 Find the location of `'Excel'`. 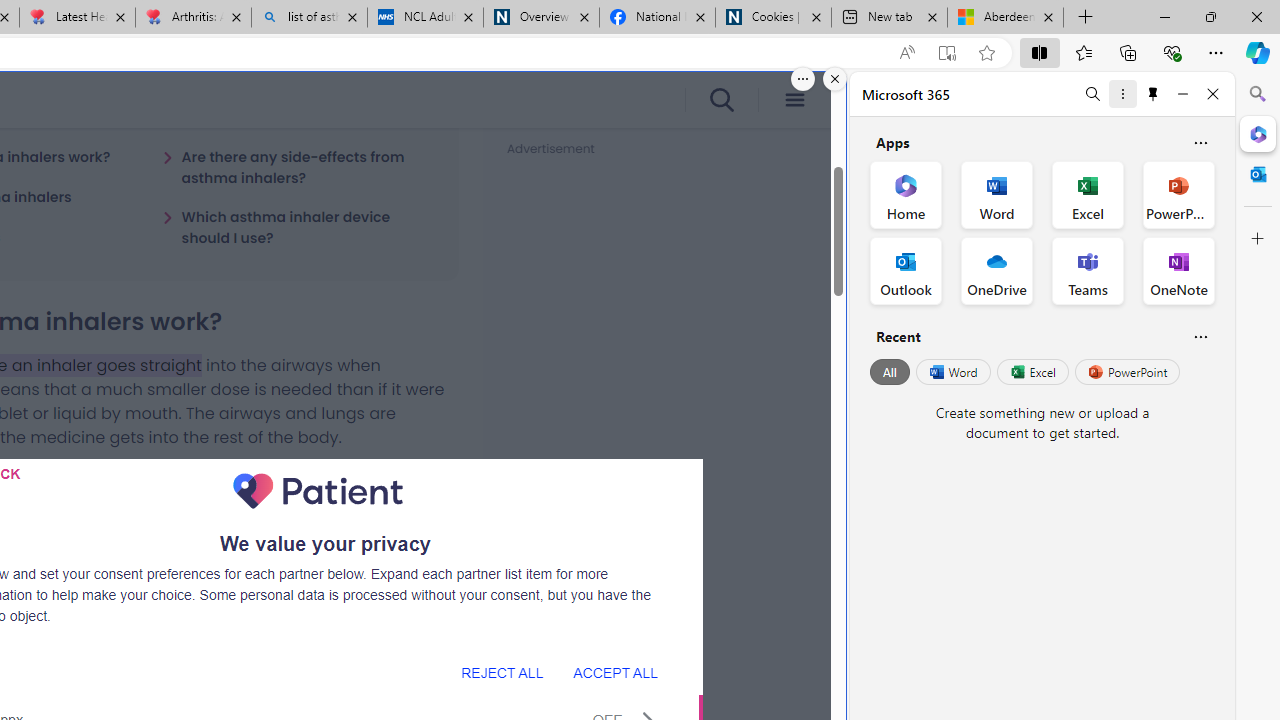

'Excel' is located at coordinates (1032, 372).